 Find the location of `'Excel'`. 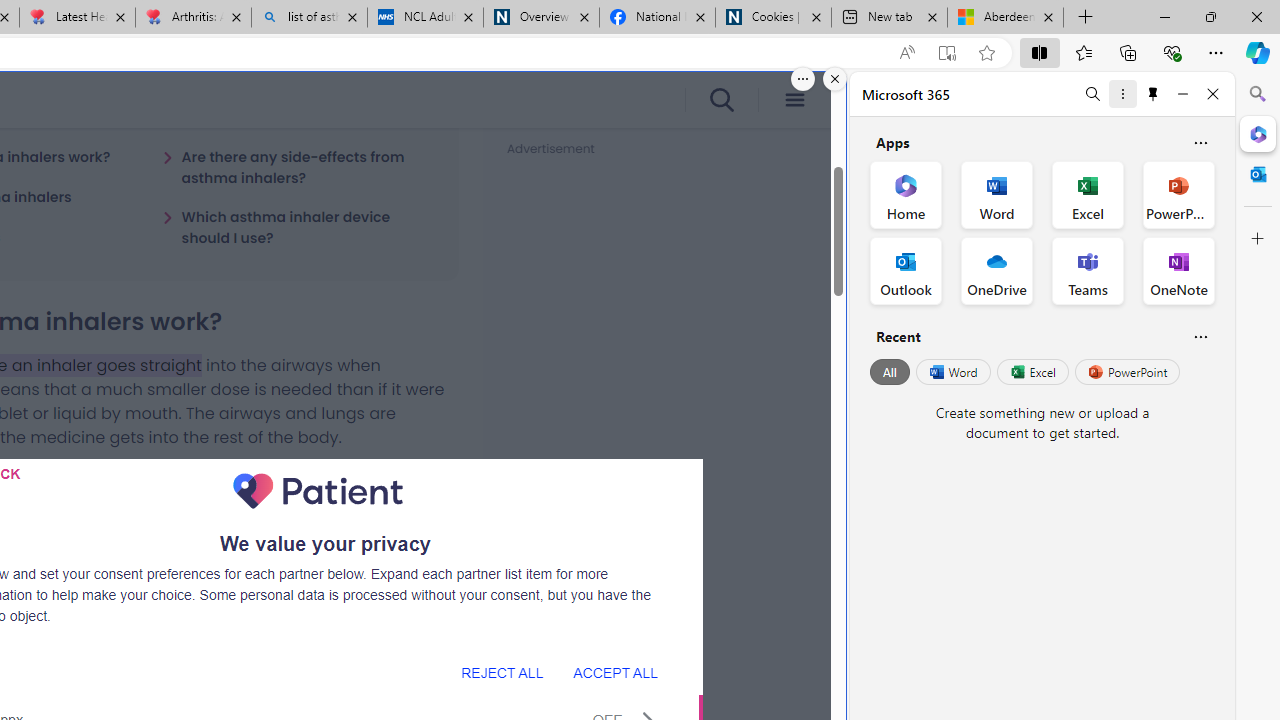

'Excel' is located at coordinates (1032, 372).